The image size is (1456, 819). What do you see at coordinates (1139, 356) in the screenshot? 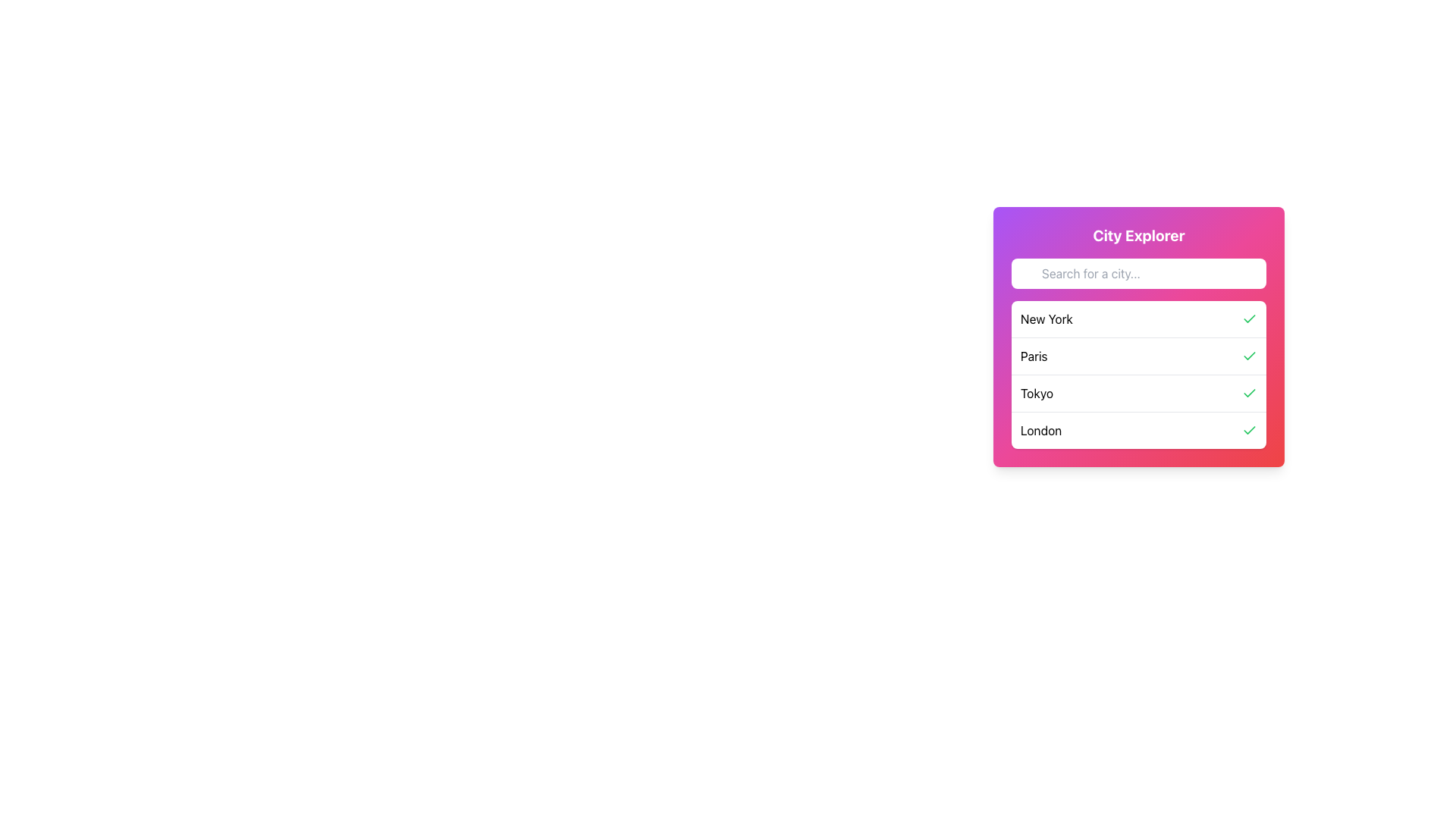
I see `the second item in the city selection list, which is 'Paris'` at bounding box center [1139, 356].